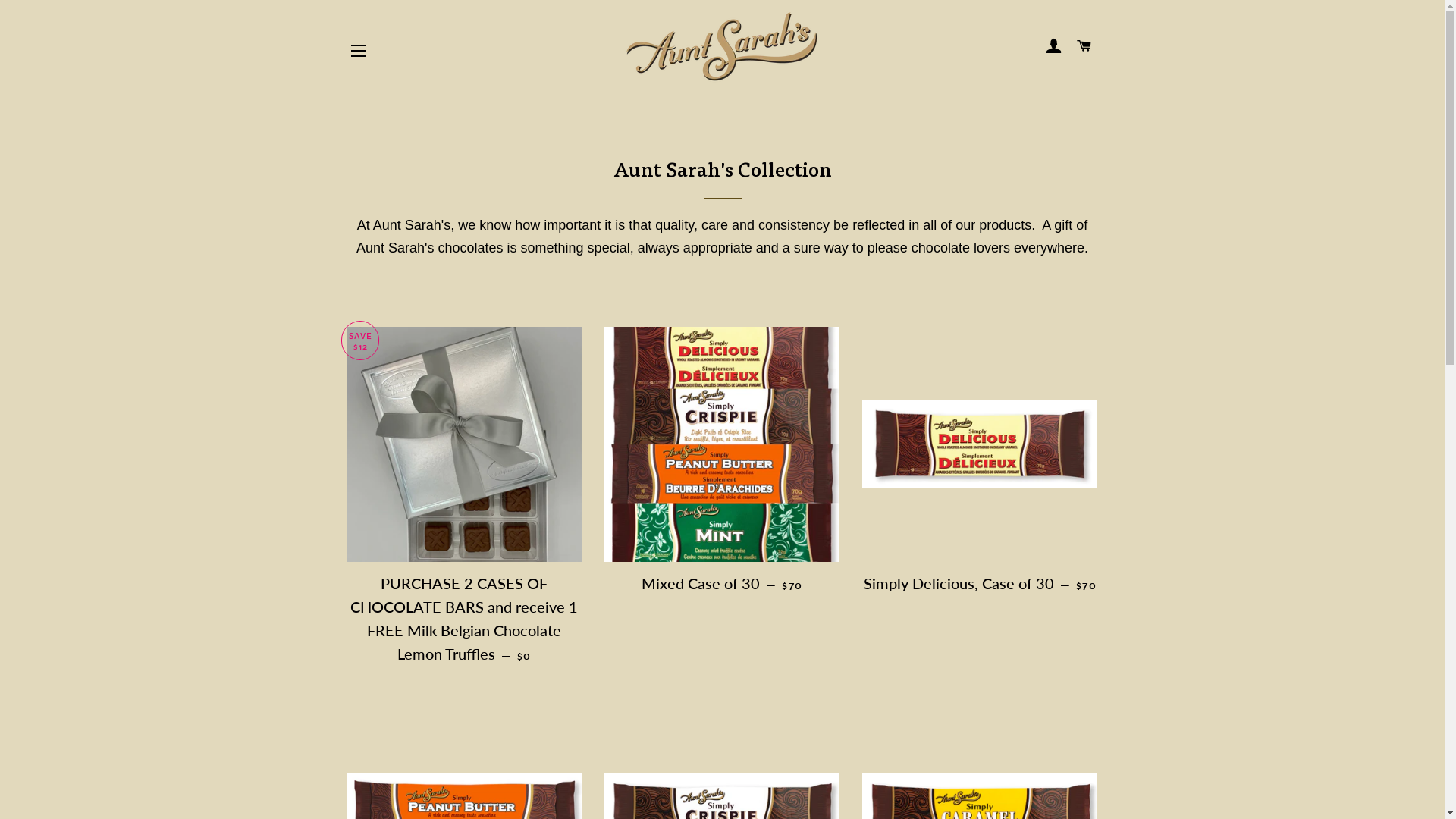  What do you see at coordinates (1053, 45) in the screenshot?
I see `'LOG IN'` at bounding box center [1053, 45].